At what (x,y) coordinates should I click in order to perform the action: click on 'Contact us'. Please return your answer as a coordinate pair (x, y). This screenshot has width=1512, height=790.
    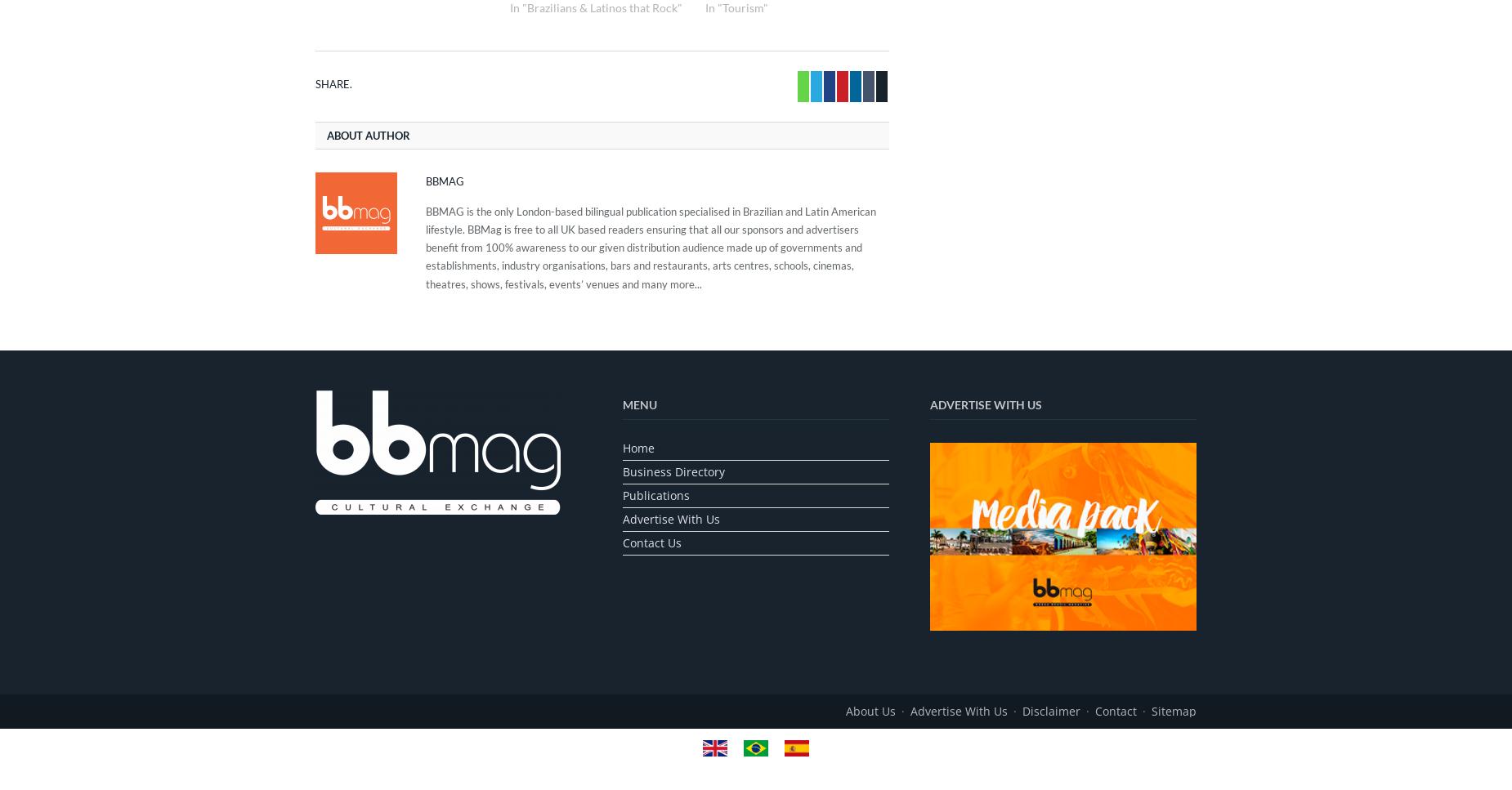
    Looking at the image, I should click on (652, 541).